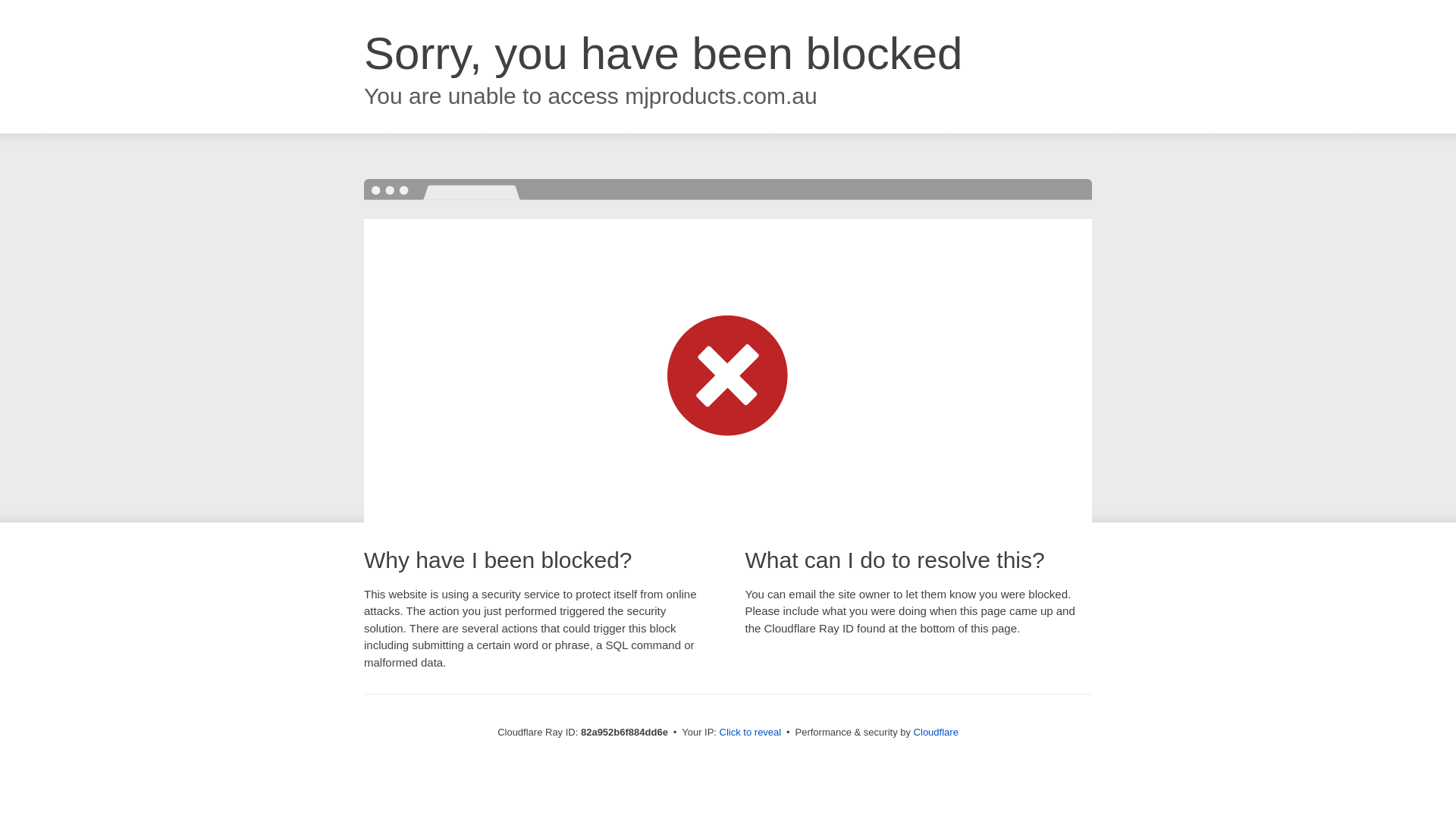 The image size is (1456, 819). Describe the element at coordinates (750, 731) in the screenshot. I see `'Click to reveal'` at that location.